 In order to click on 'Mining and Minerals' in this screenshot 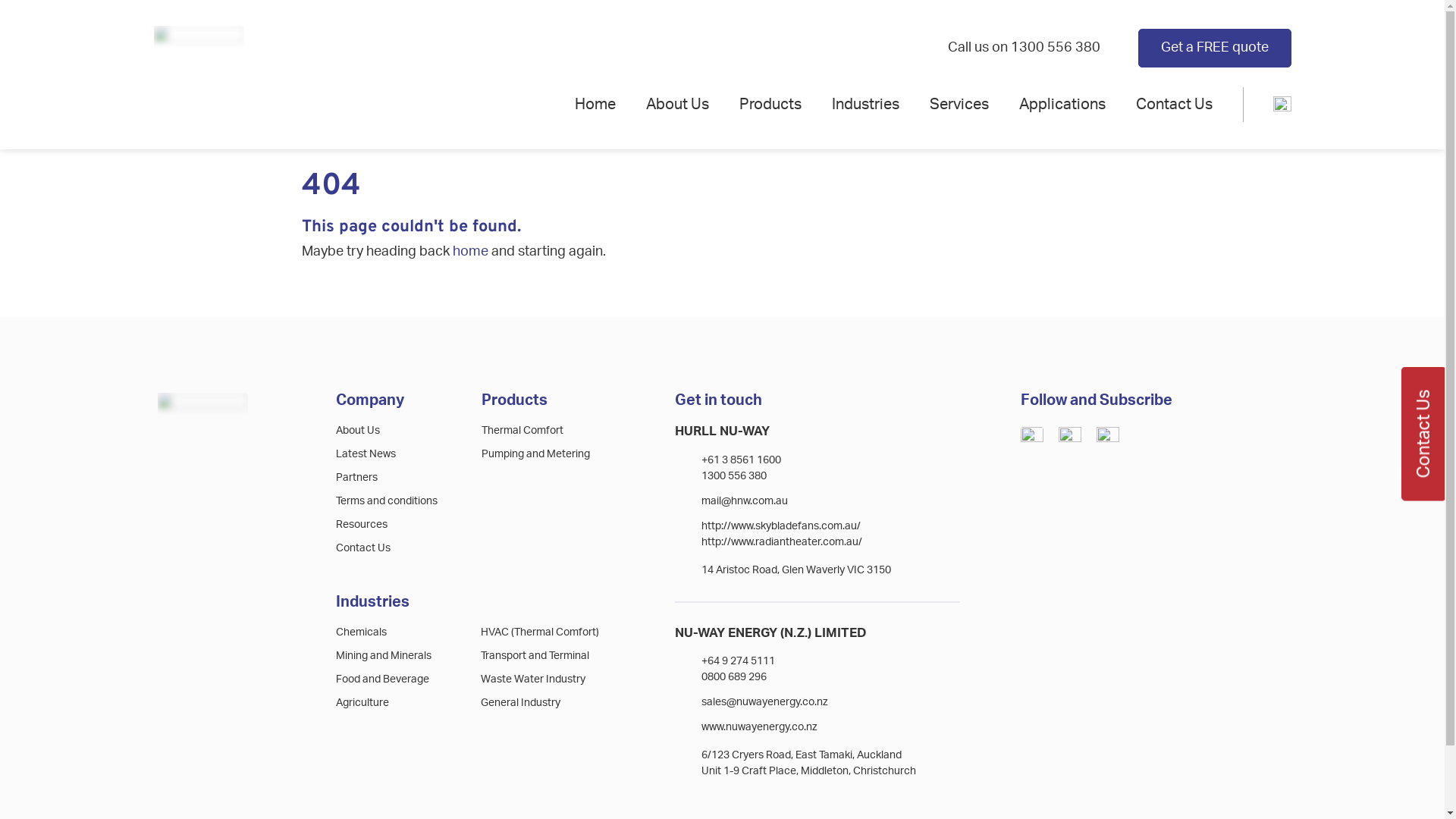, I will do `click(383, 654)`.